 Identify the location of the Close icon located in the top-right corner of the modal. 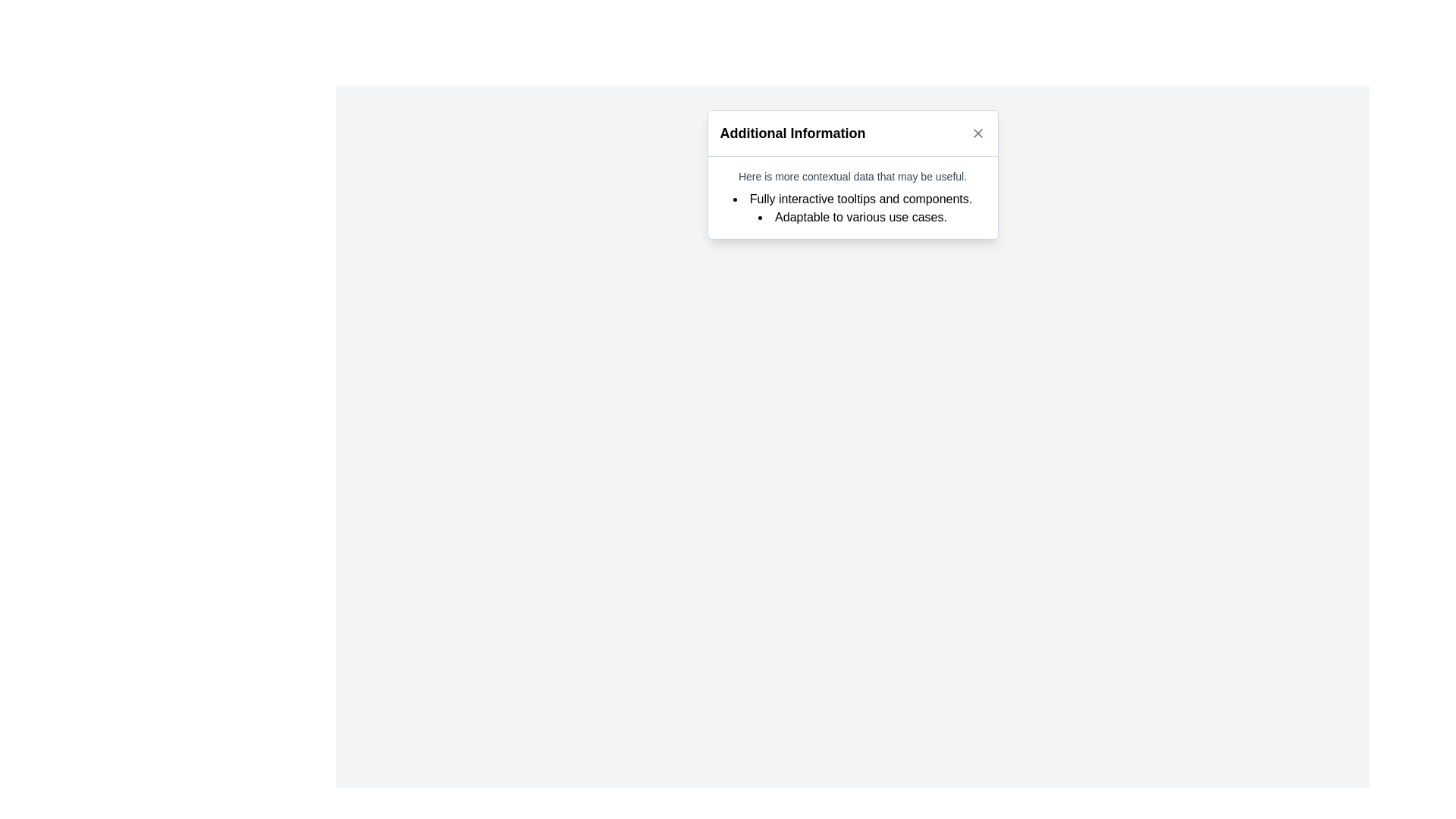
(977, 133).